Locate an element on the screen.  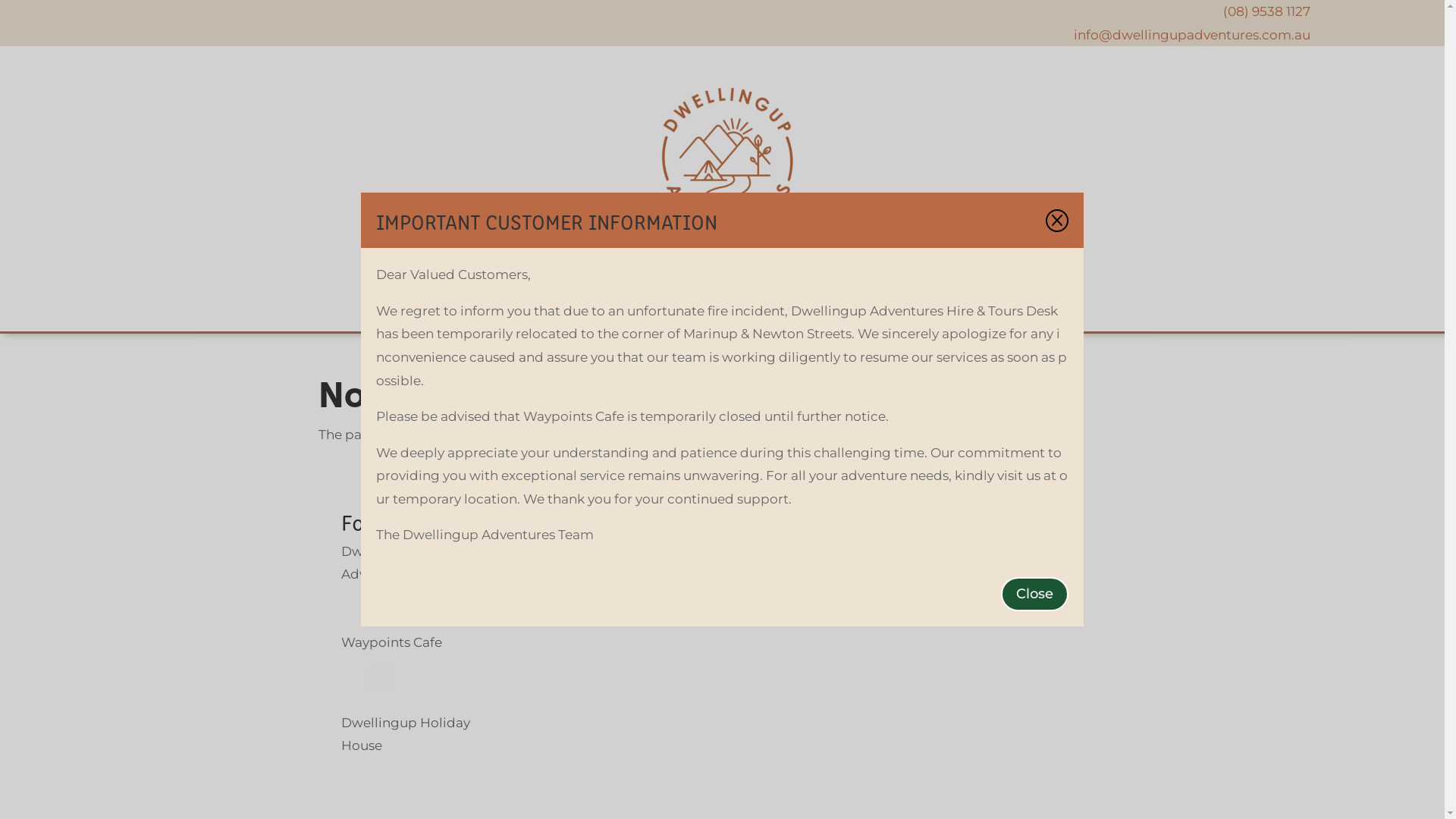
'Follow Dwellingup Adventures on Facebook' is located at coordinates (352, 604).